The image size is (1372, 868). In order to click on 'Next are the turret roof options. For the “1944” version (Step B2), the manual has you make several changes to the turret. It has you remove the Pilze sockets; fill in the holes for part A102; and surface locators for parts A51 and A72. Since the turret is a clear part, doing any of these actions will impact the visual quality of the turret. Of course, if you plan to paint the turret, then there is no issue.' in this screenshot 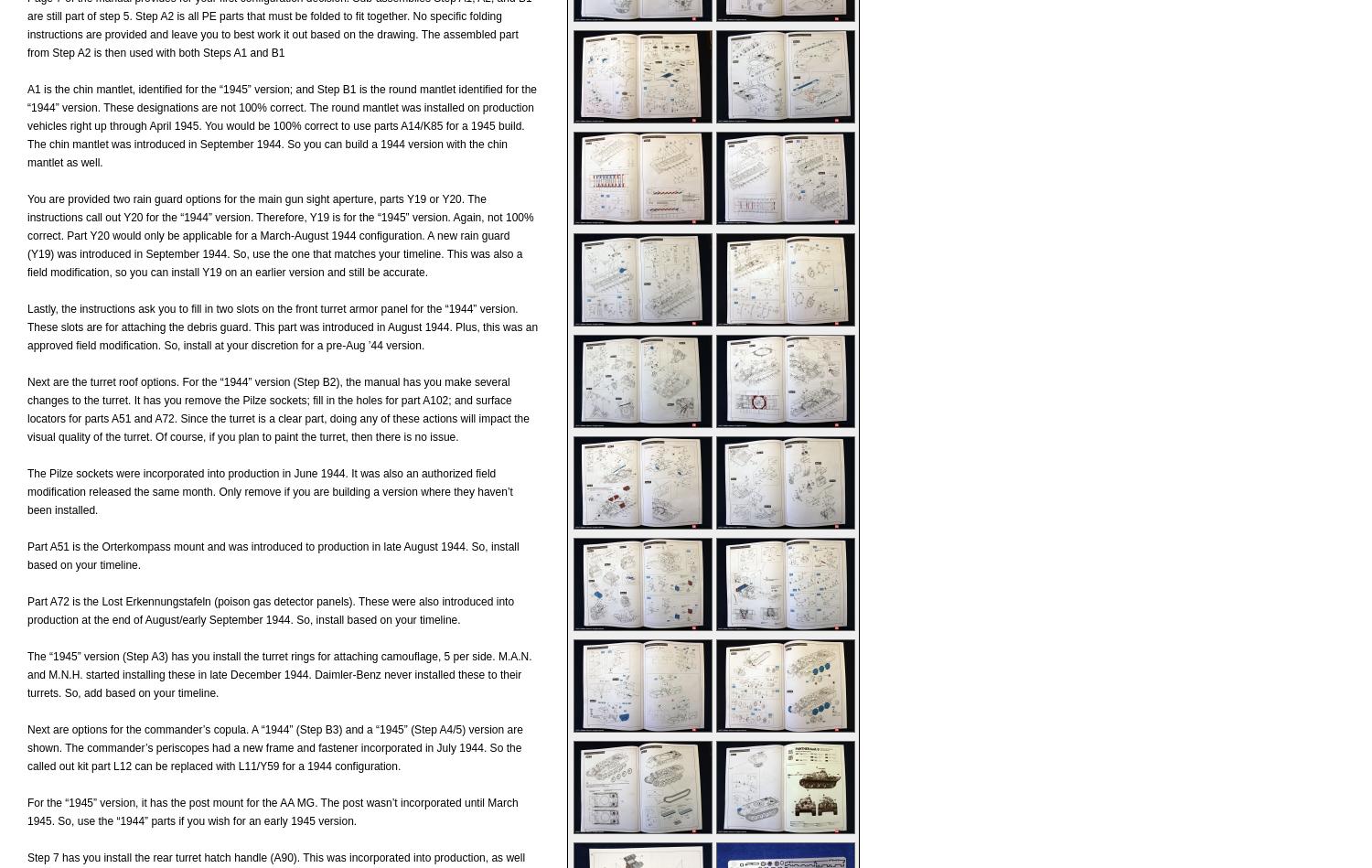, I will do `click(278, 410)`.